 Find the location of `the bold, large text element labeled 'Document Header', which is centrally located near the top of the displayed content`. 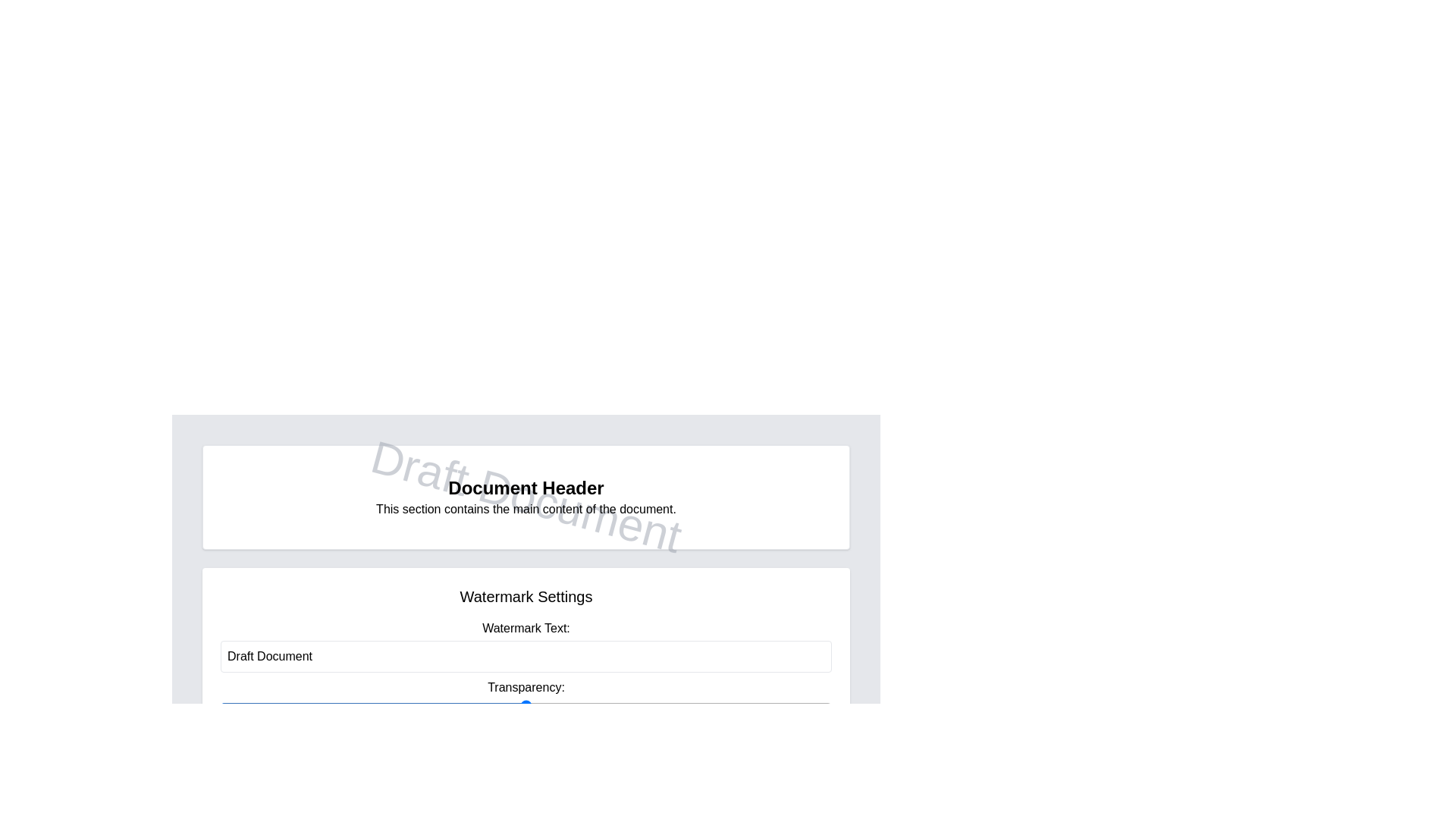

the bold, large text element labeled 'Document Header', which is centrally located near the top of the displayed content is located at coordinates (526, 488).